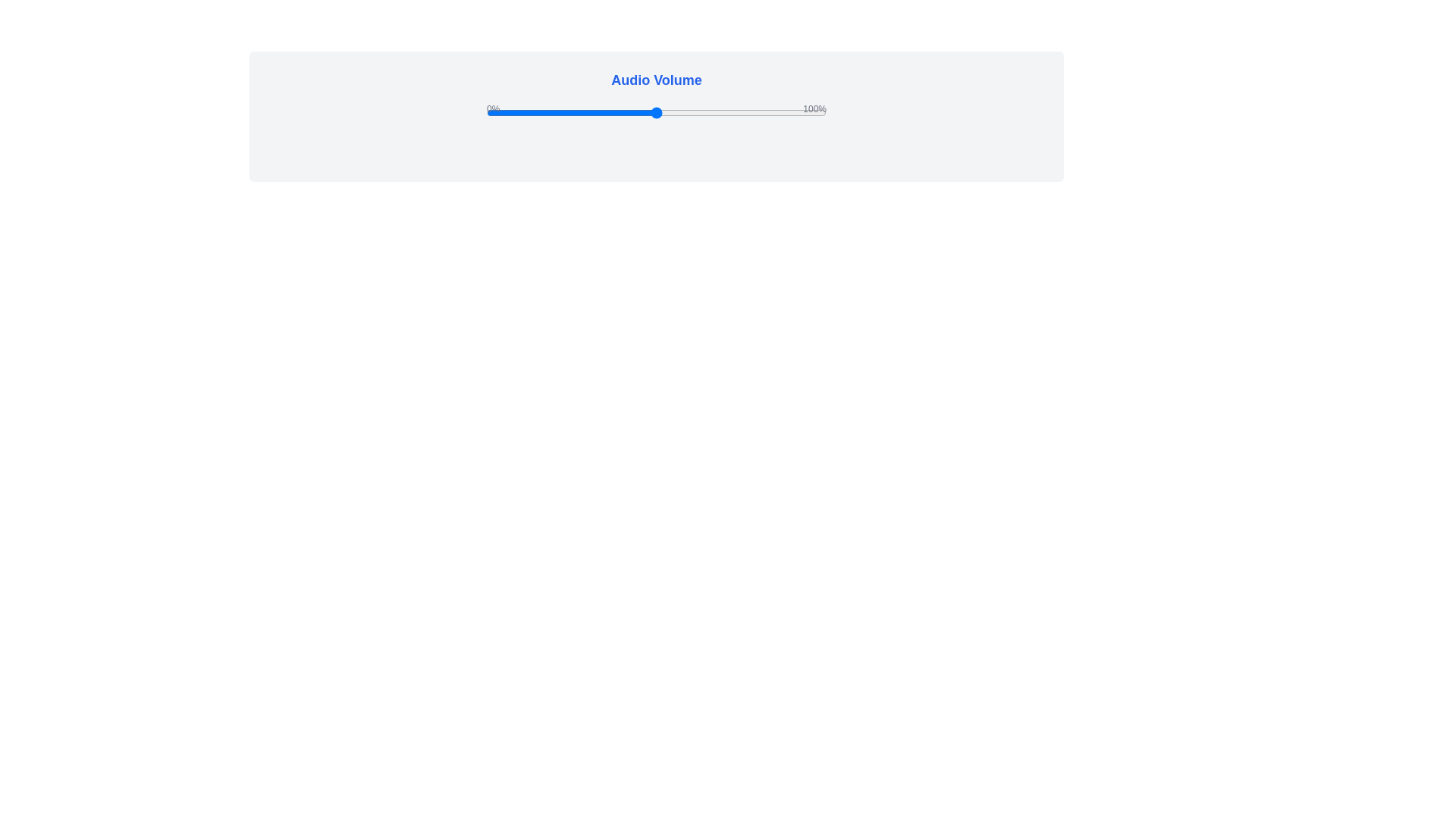  Describe the element at coordinates (547, 112) in the screenshot. I see `the audio volume` at that location.